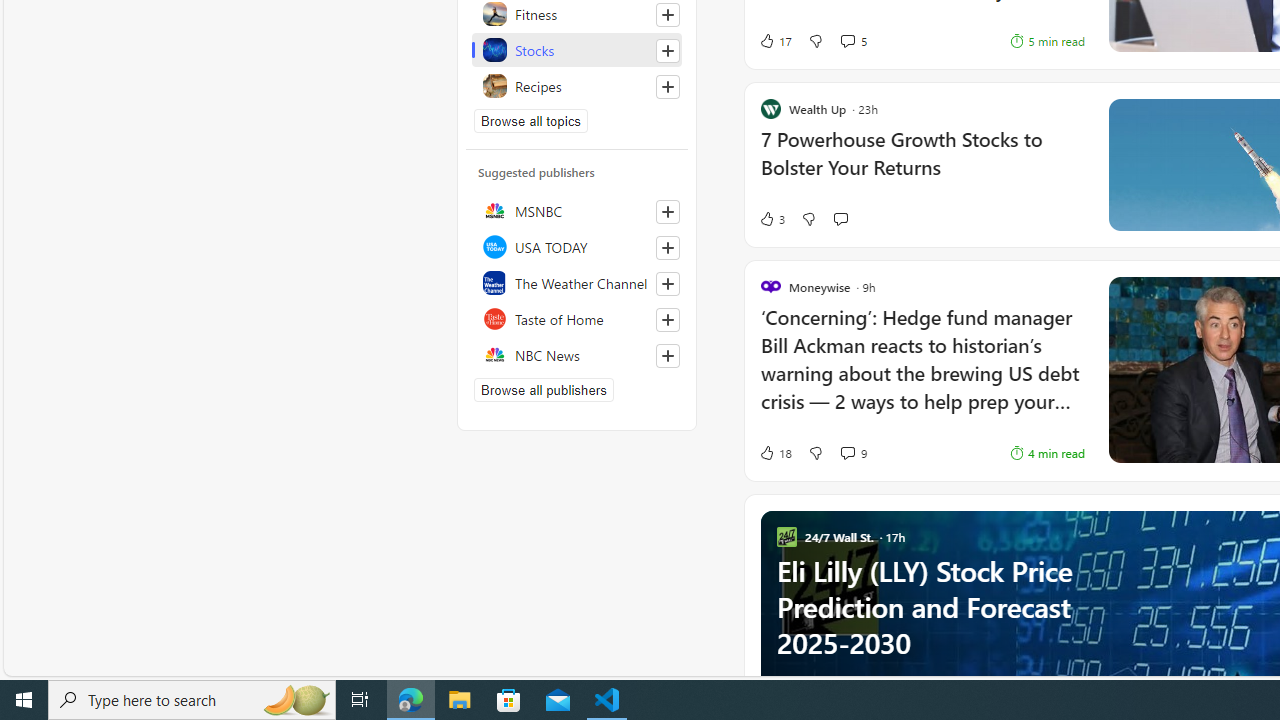 Image resolution: width=1280 pixels, height=720 pixels. Describe the element at coordinates (576, 49) in the screenshot. I see `'Stocks'` at that location.